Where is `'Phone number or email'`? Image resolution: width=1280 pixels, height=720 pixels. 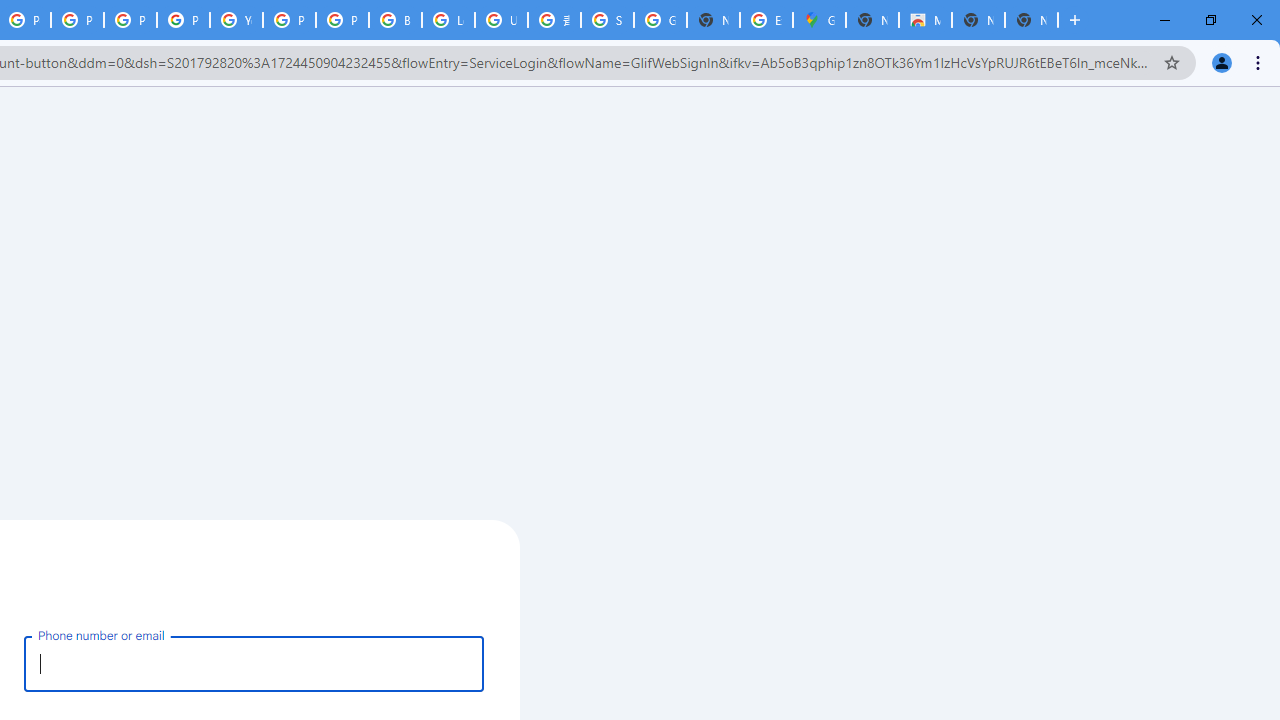 'Phone number or email' is located at coordinates (253, 663).